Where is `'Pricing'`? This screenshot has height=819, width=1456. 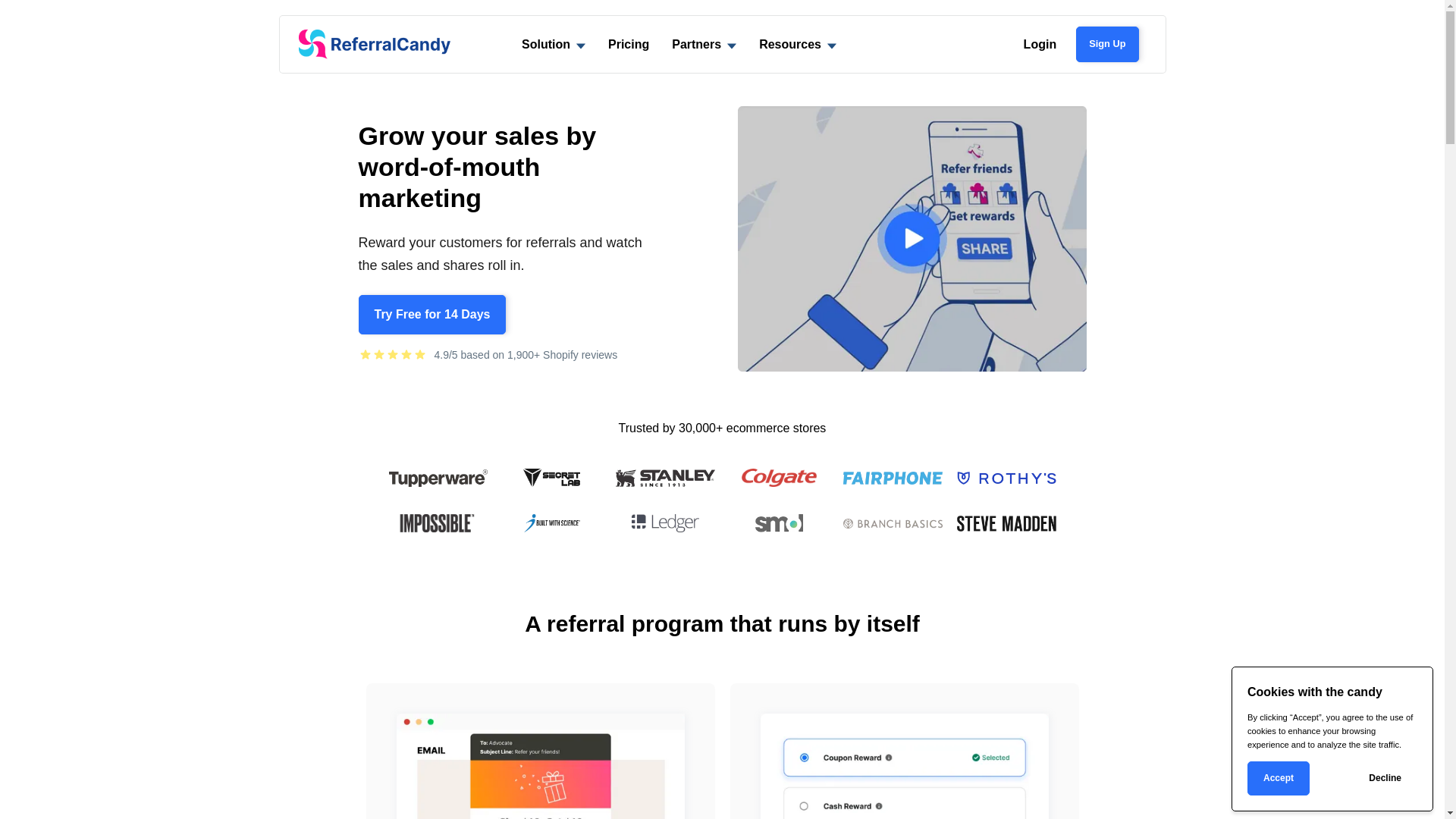 'Pricing' is located at coordinates (596, 43).